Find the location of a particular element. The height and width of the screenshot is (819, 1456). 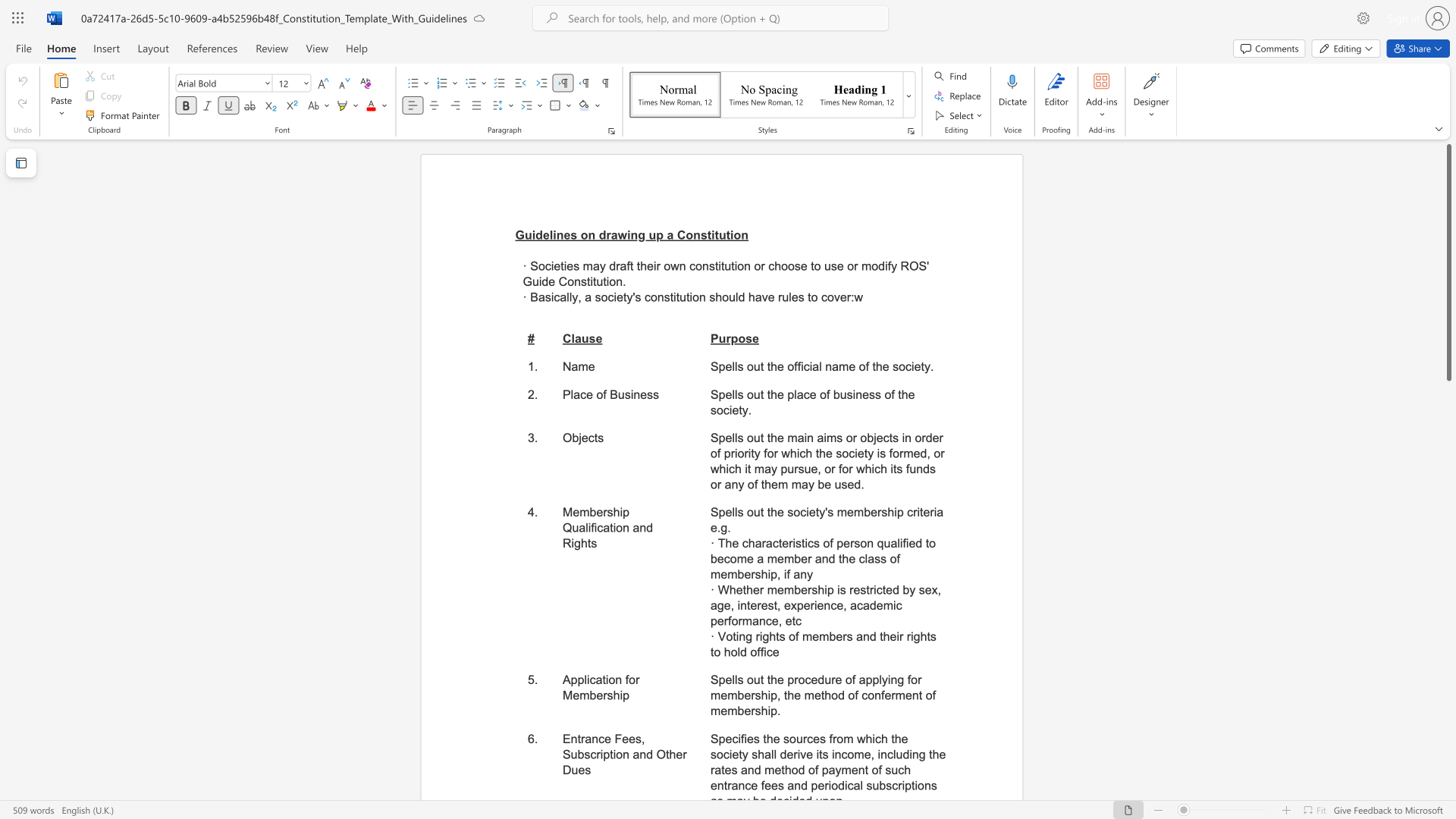

the subset text "eti" within the text "· Societies may draft their own constitution or choose to use or" is located at coordinates (553, 265).